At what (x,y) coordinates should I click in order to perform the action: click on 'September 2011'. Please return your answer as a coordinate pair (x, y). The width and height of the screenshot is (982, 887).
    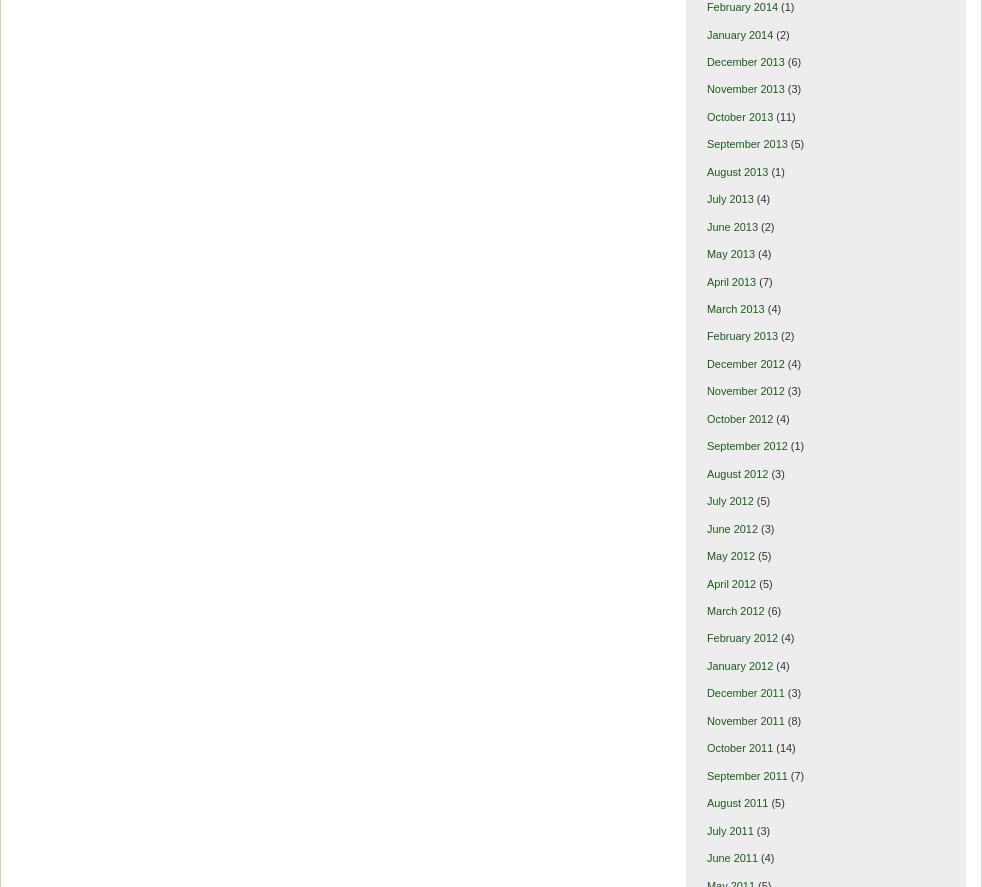
    Looking at the image, I should click on (704, 773).